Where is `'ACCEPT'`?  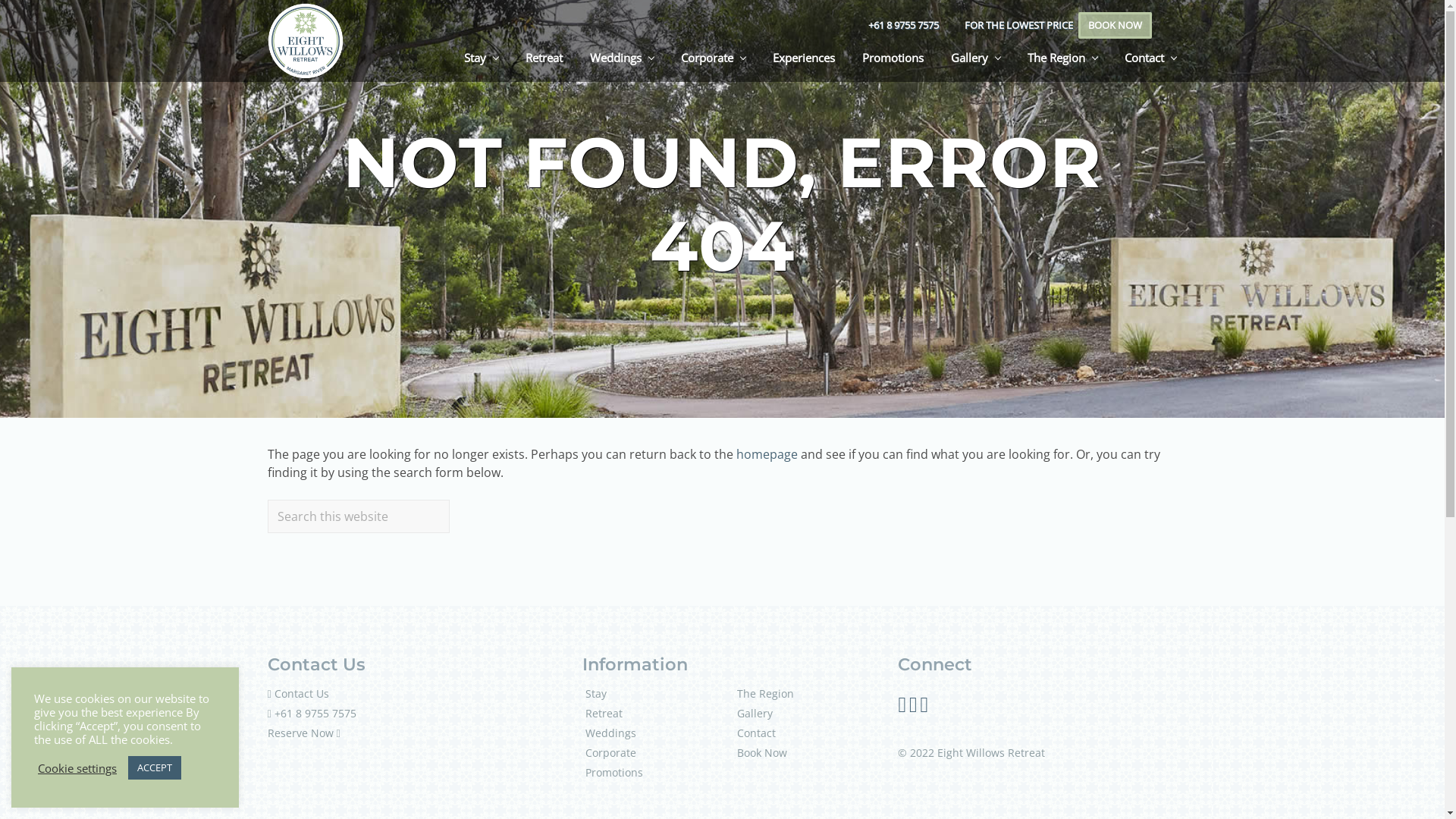
'ACCEPT' is located at coordinates (155, 767).